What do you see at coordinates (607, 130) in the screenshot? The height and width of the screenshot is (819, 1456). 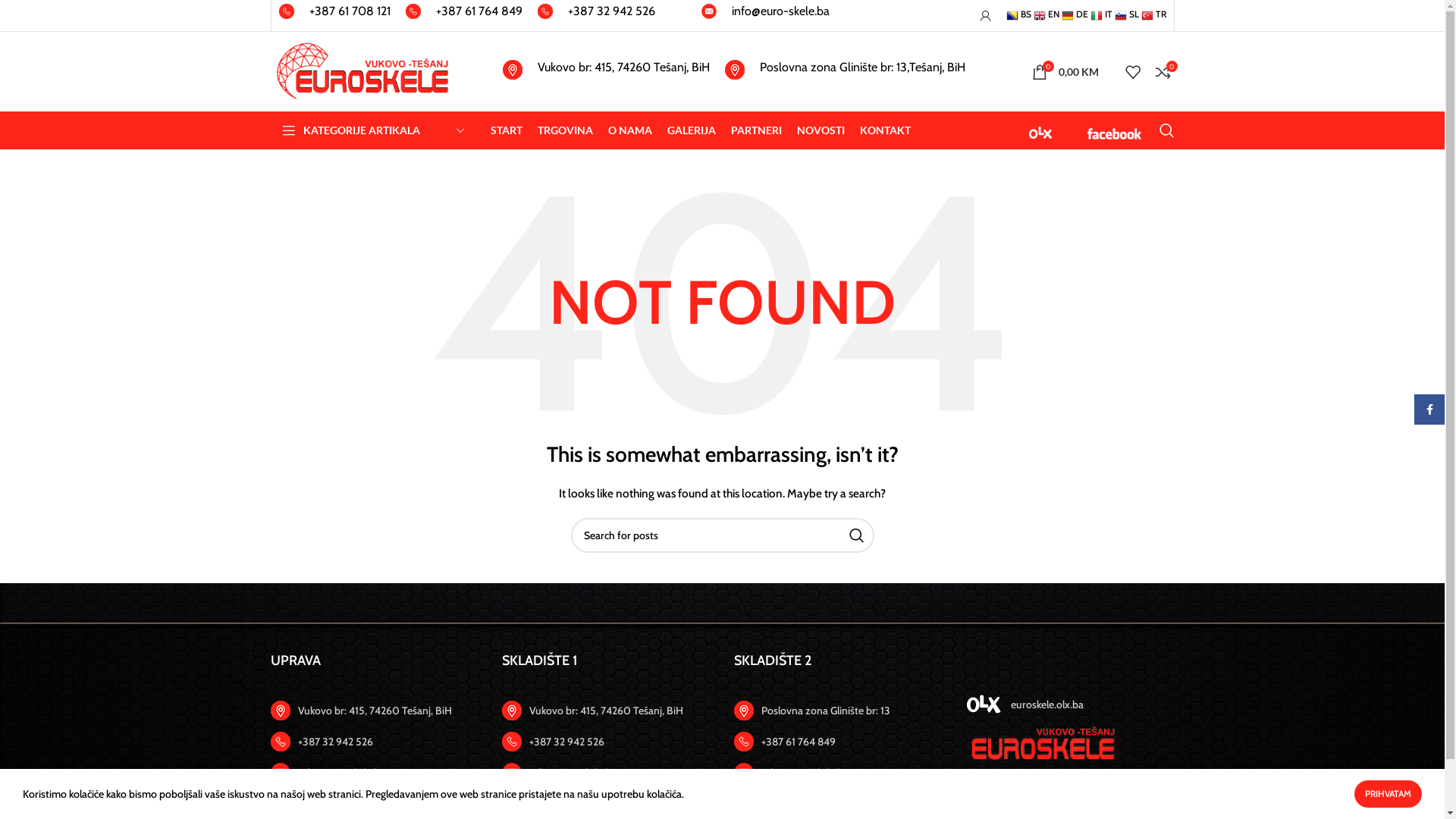 I see `'O NAMA'` at bounding box center [607, 130].